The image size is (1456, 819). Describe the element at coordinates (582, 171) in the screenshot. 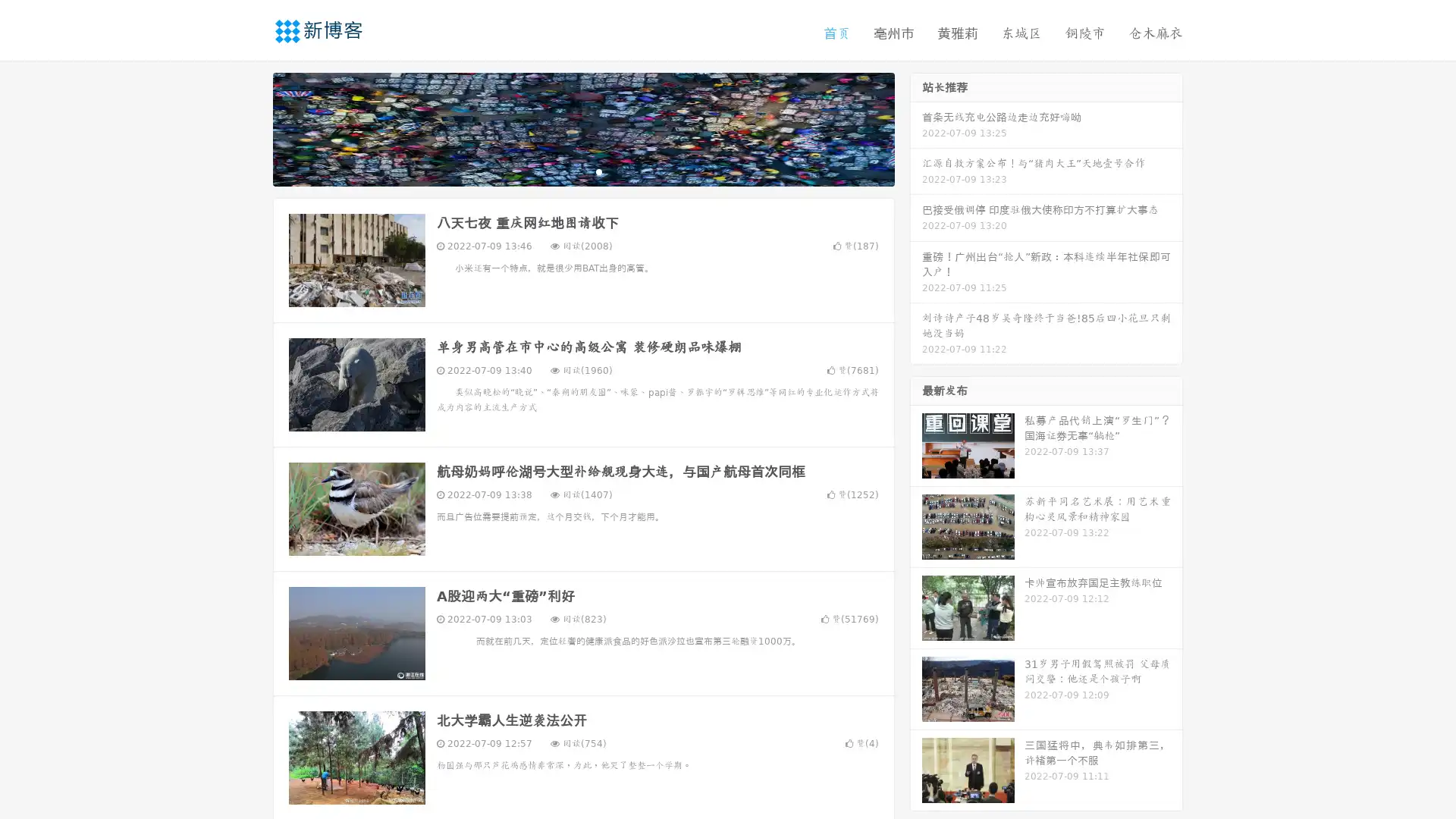

I see `Go to slide 2` at that location.